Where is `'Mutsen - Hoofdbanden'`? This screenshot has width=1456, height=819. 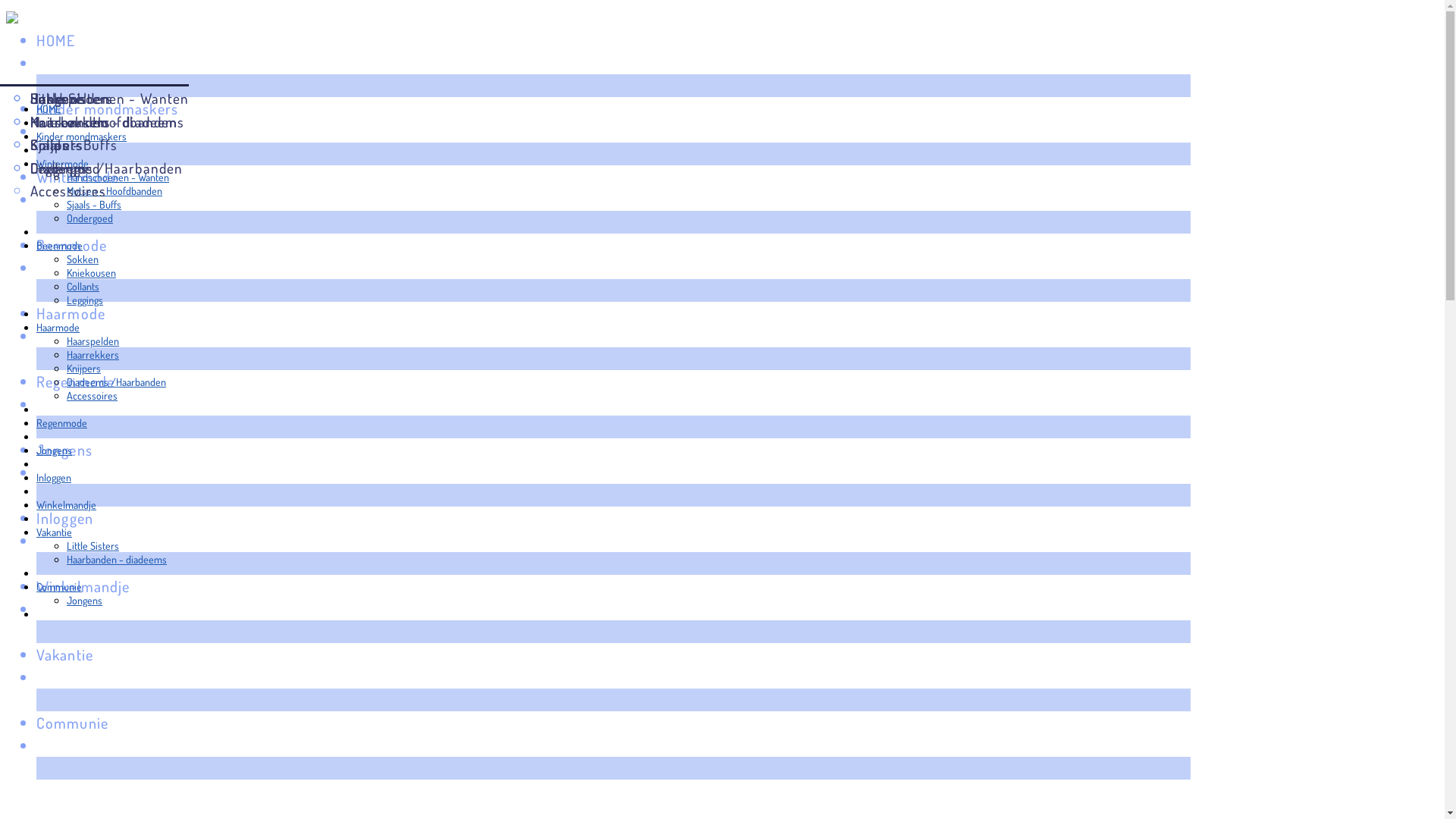
'Mutsen - Hoofdbanden' is located at coordinates (65, 190).